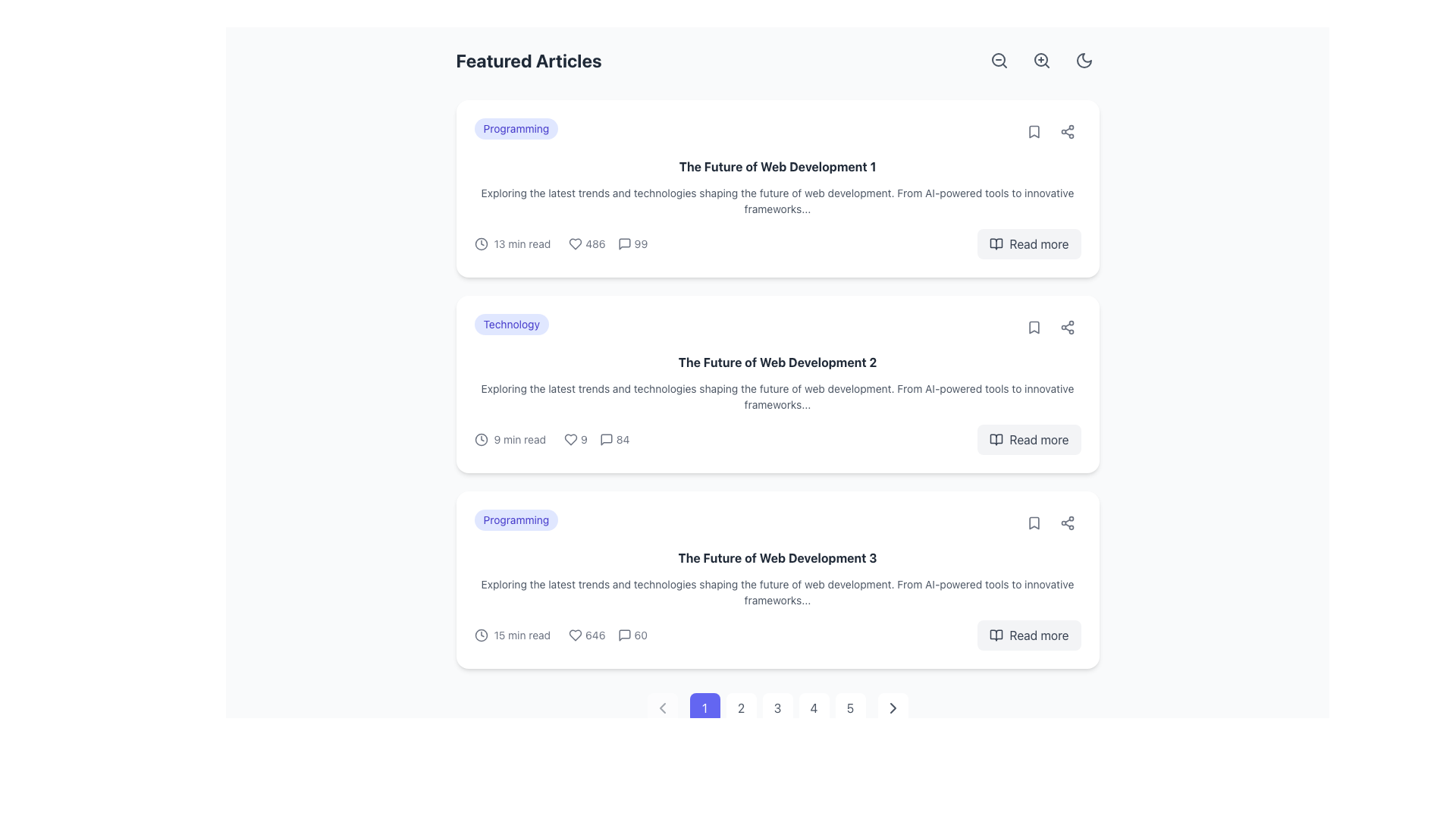 This screenshot has width=1456, height=819. What do you see at coordinates (480, 439) in the screenshot?
I see `the SVG Circle element that is part of the clock icon in the details row of the second article` at bounding box center [480, 439].